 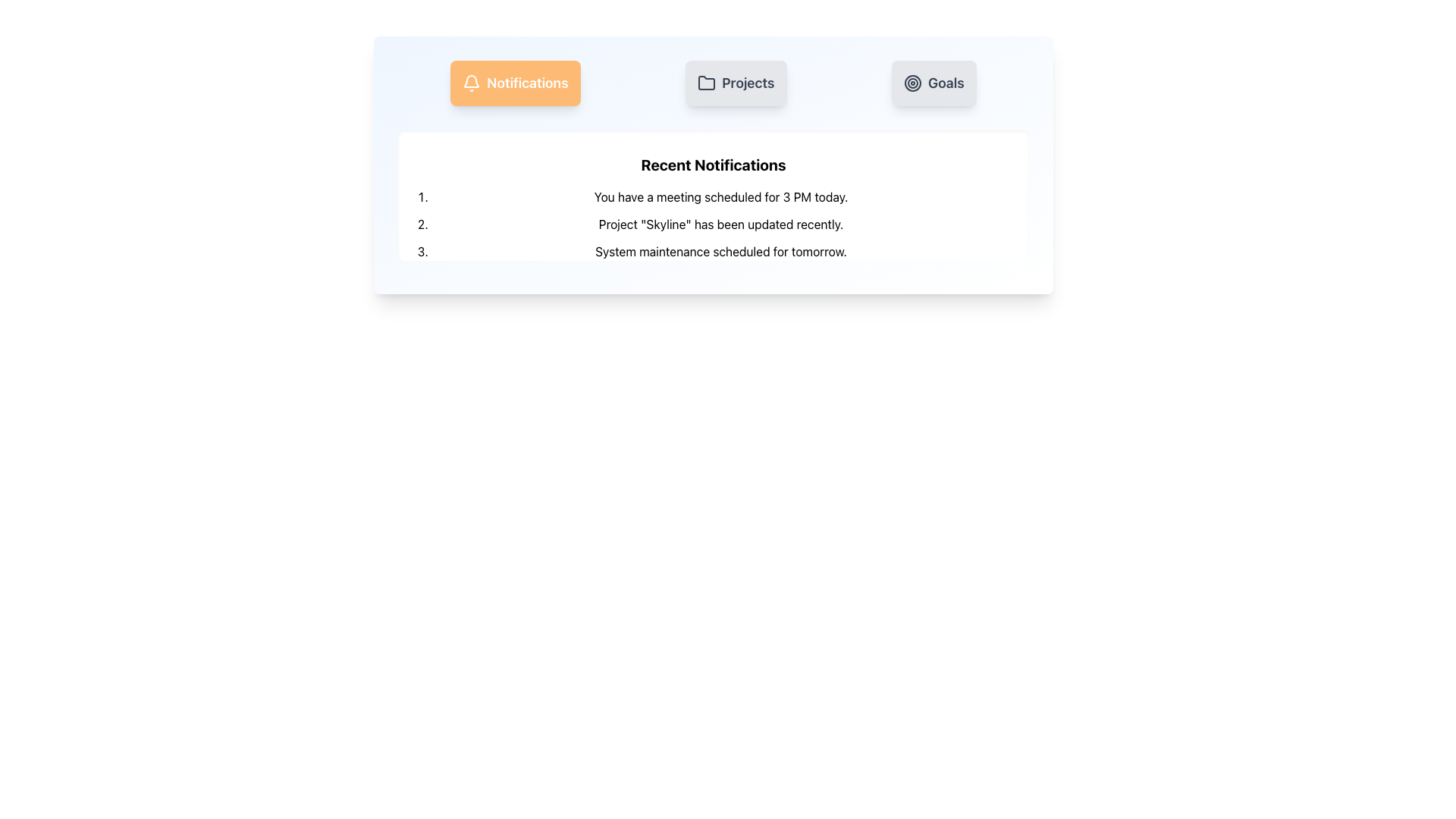 What do you see at coordinates (706, 83) in the screenshot?
I see `the 'Projects' folder icon located to the left of the text 'Projects' in the navigation section` at bounding box center [706, 83].